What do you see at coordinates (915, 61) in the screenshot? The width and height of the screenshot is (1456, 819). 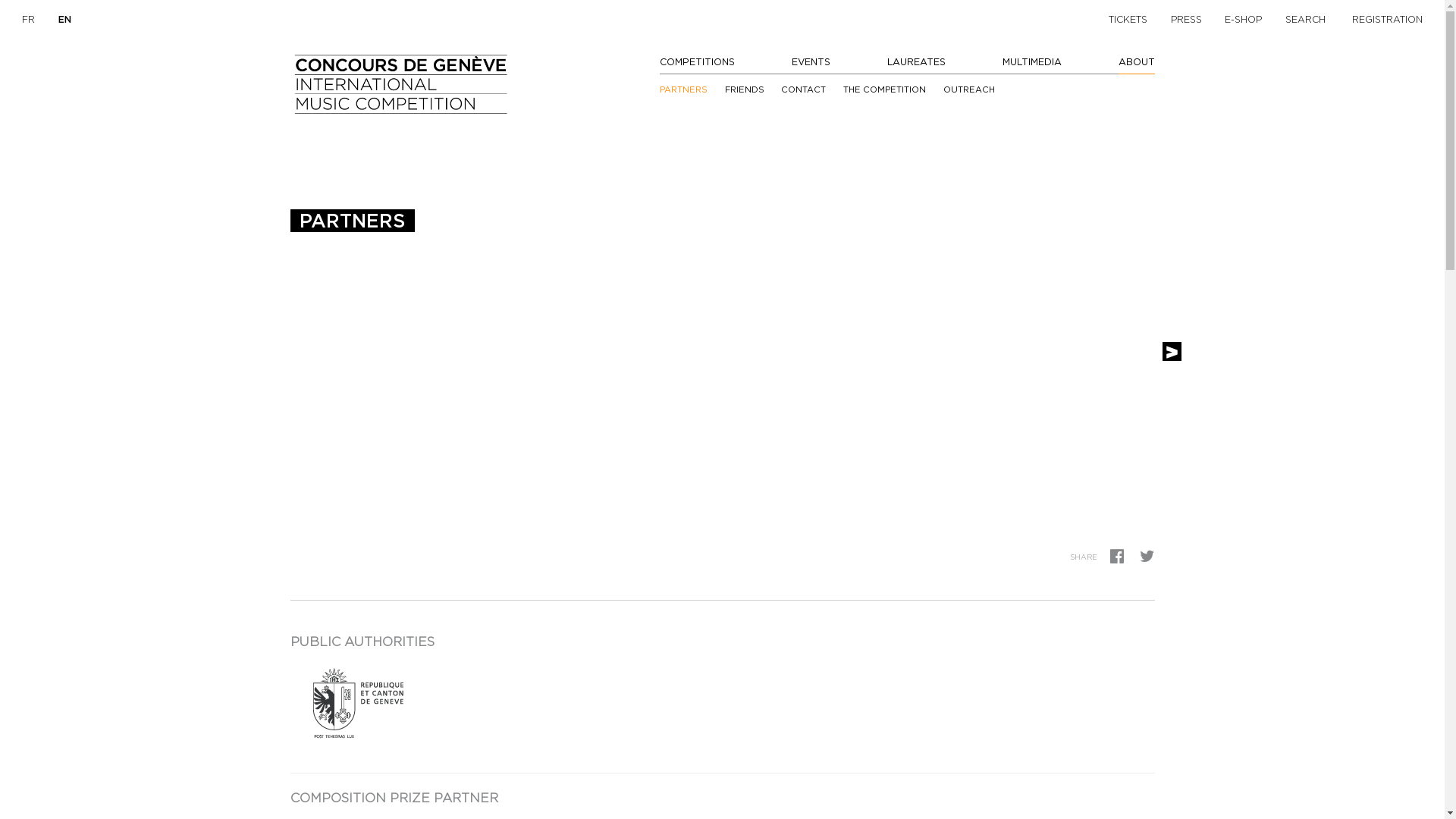 I see `'LAUREATES'` at bounding box center [915, 61].